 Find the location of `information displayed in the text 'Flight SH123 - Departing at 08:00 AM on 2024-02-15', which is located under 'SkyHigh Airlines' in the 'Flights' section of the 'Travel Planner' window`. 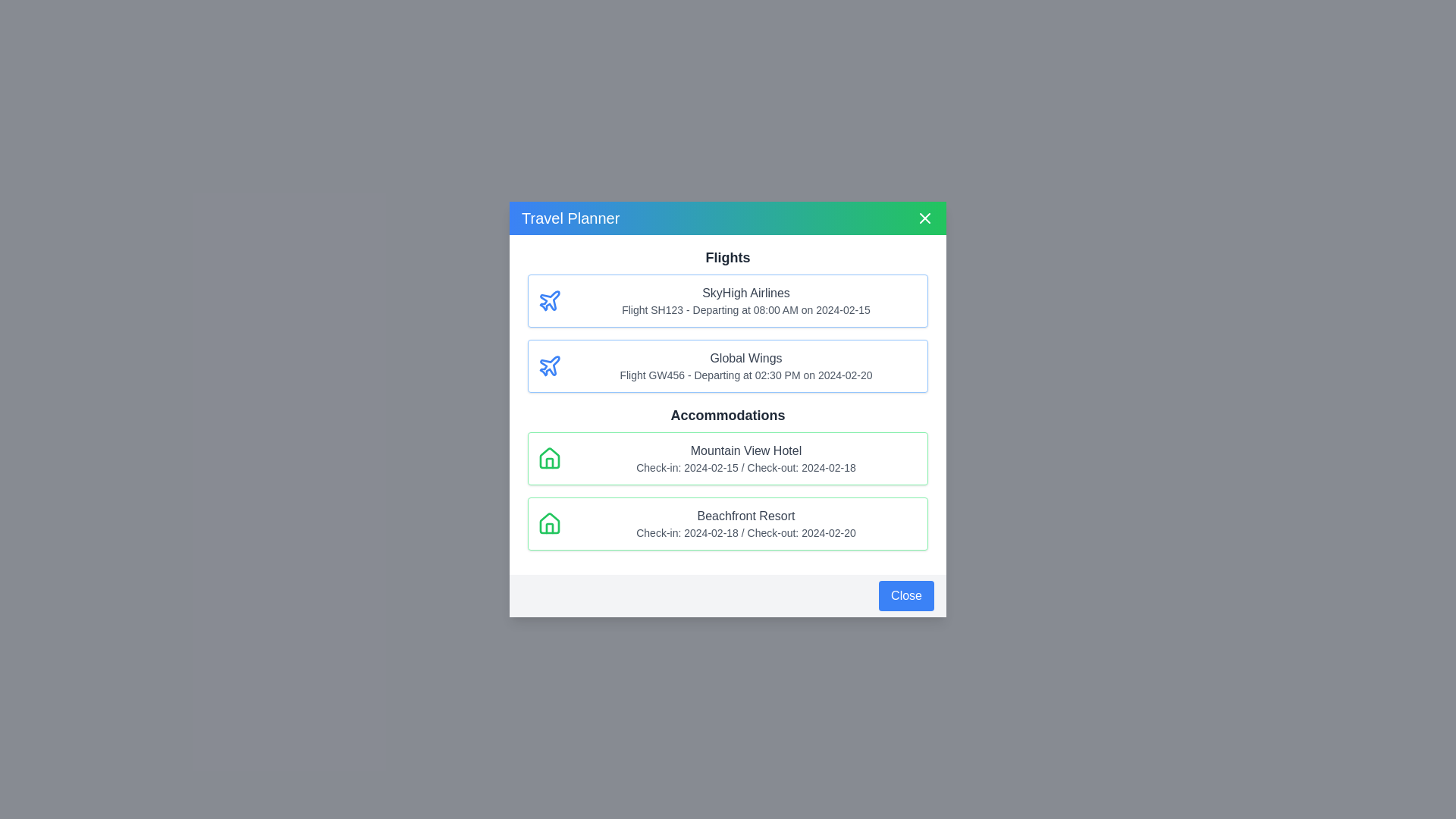

information displayed in the text 'Flight SH123 - Departing at 08:00 AM on 2024-02-15', which is located under 'SkyHigh Airlines' in the 'Flights' section of the 'Travel Planner' window is located at coordinates (745, 309).